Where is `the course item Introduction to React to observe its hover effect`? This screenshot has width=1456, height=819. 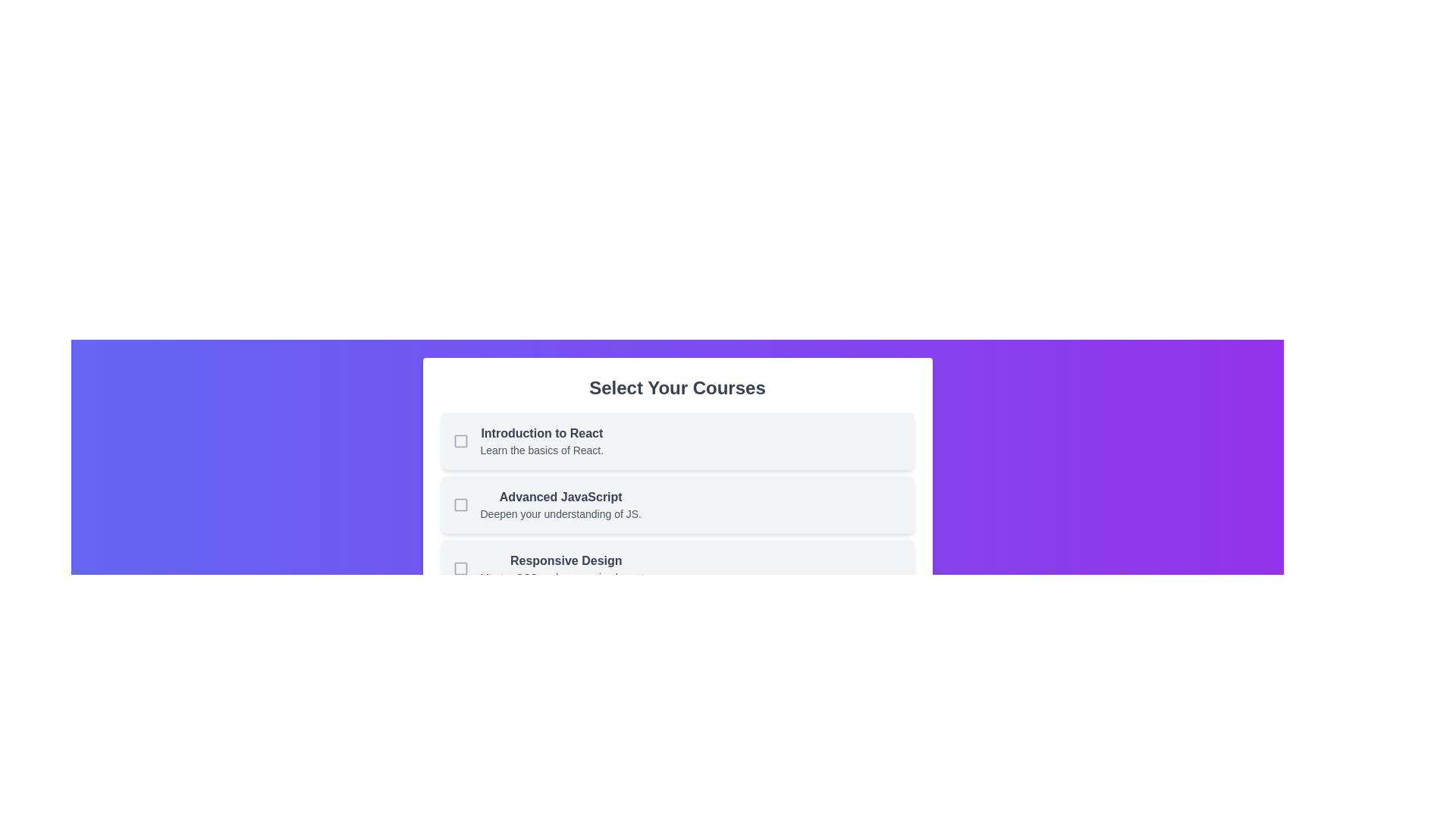
the course item Introduction to React to observe its hover effect is located at coordinates (676, 441).